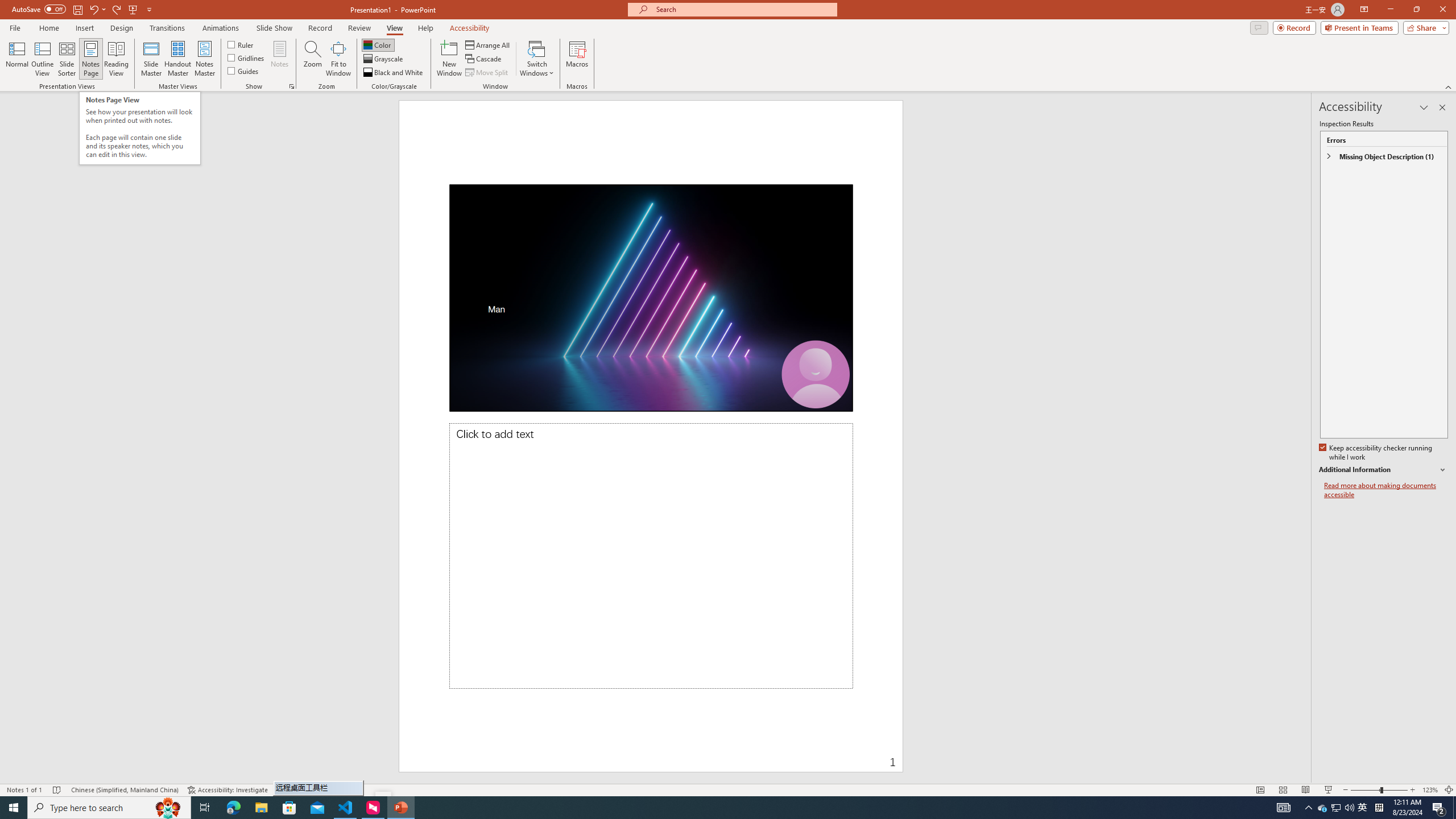 The width and height of the screenshot is (1456, 819). I want to click on 'Notes', so click(279, 59).